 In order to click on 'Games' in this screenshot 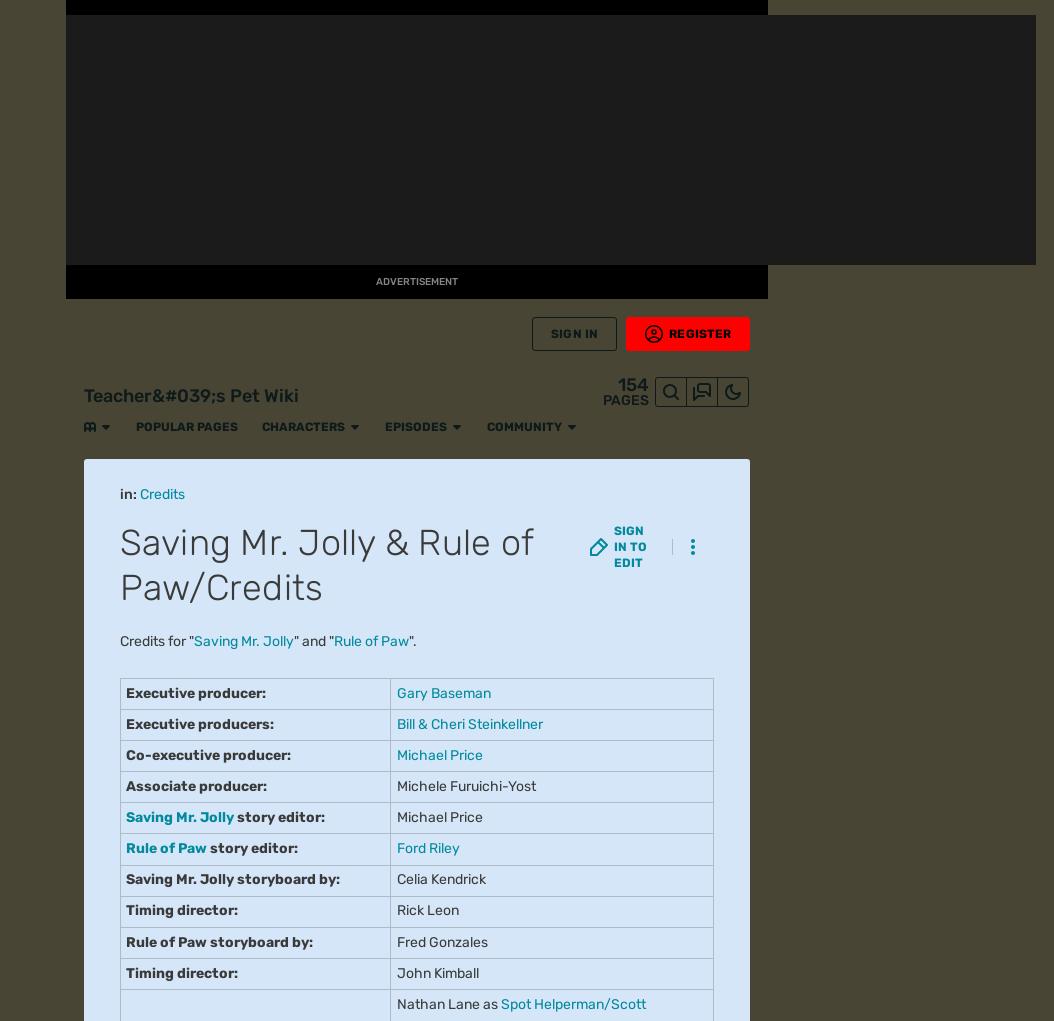, I will do `click(32, 287)`.